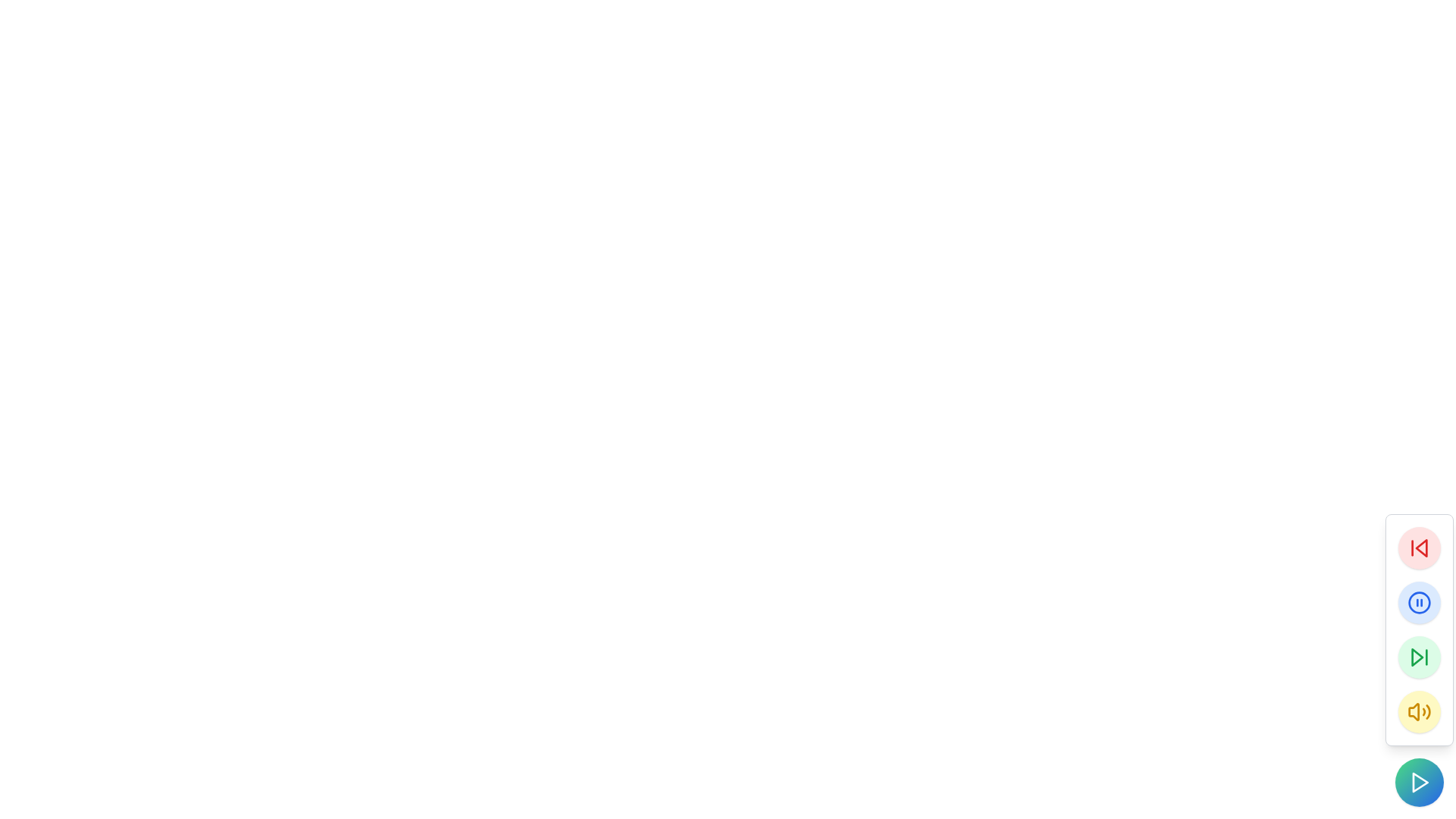  I want to click on the 'next' button located at the bottom-right corner of the interface, so click(1419, 657).